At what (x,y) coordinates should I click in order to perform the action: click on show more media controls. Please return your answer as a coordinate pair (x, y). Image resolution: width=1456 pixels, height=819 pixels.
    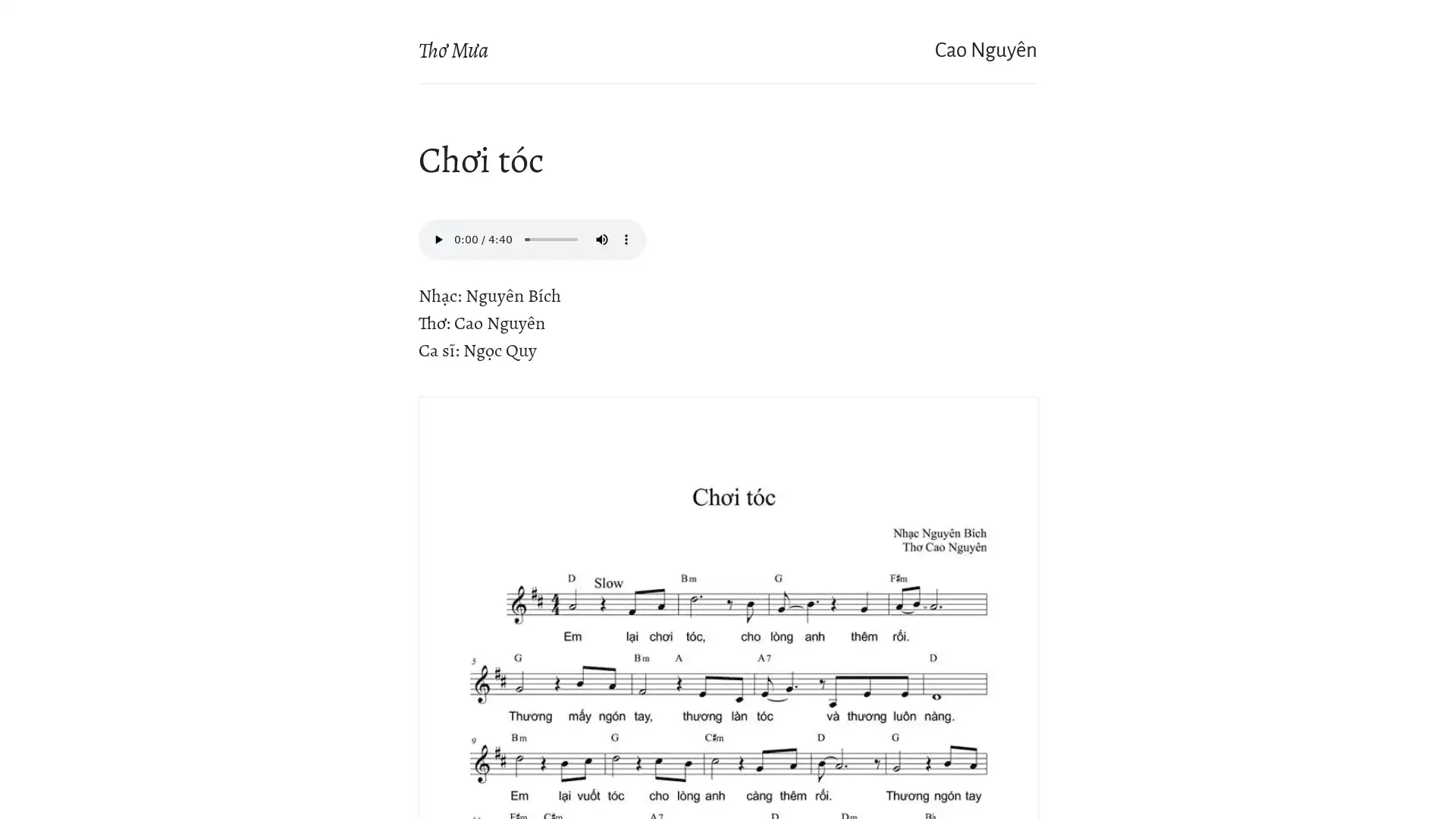
    Looking at the image, I should click on (626, 239).